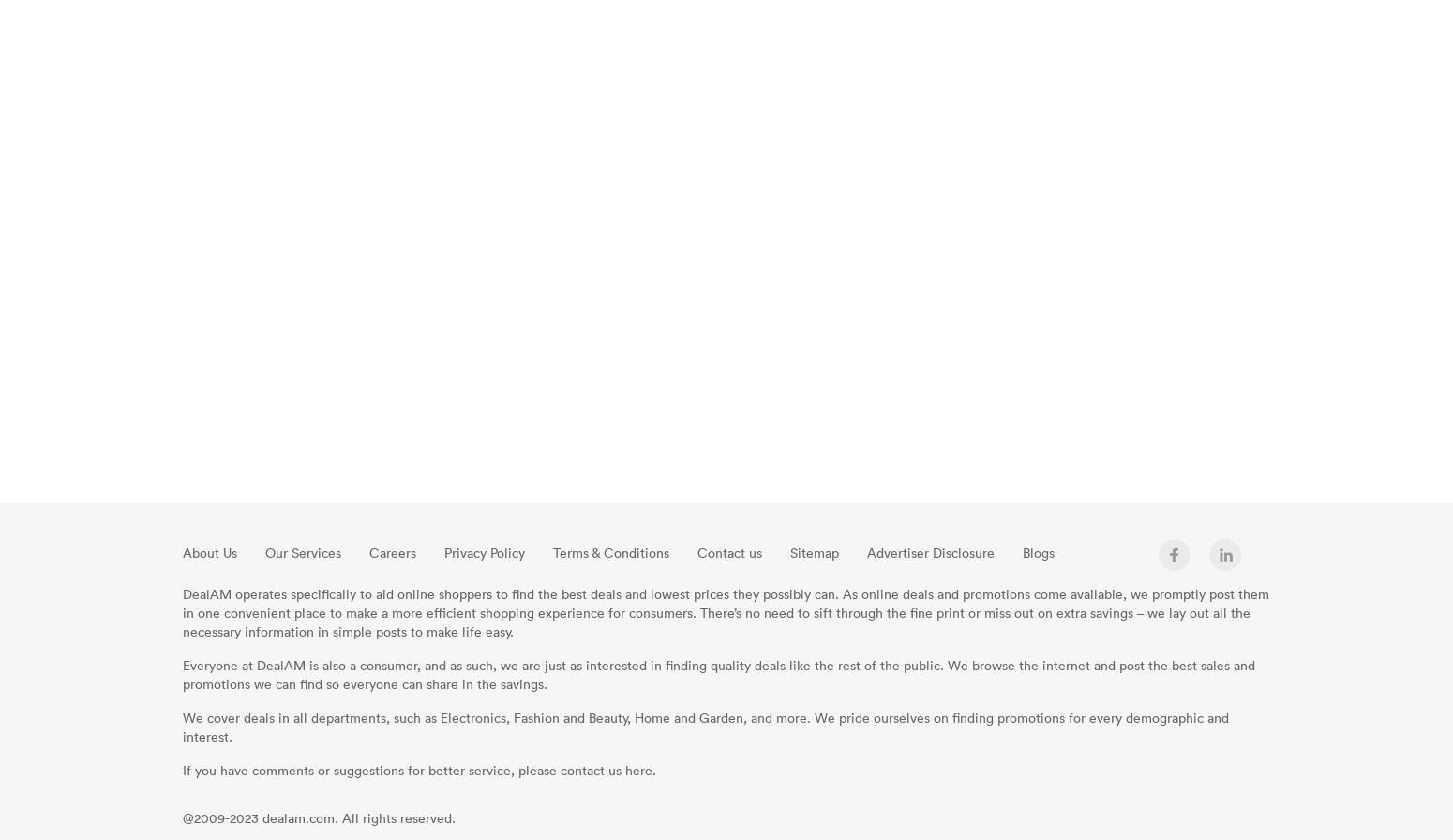 The height and width of the screenshot is (840, 1453). What do you see at coordinates (392, 552) in the screenshot?
I see `'Careers'` at bounding box center [392, 552].